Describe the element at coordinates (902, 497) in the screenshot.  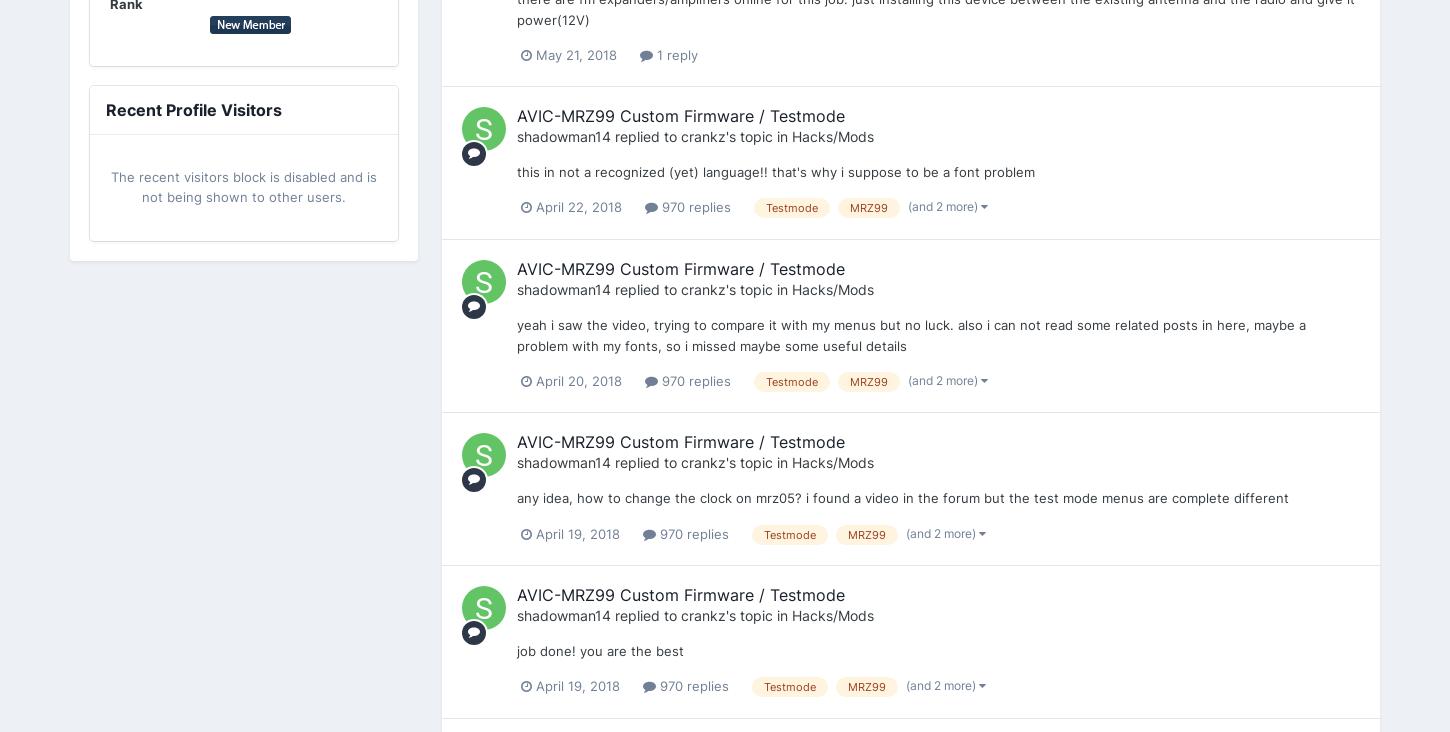
I see `'any idea, how to change the clock on mrz05? i found a video in the forum but the test mode menus are complete different'` at that location.